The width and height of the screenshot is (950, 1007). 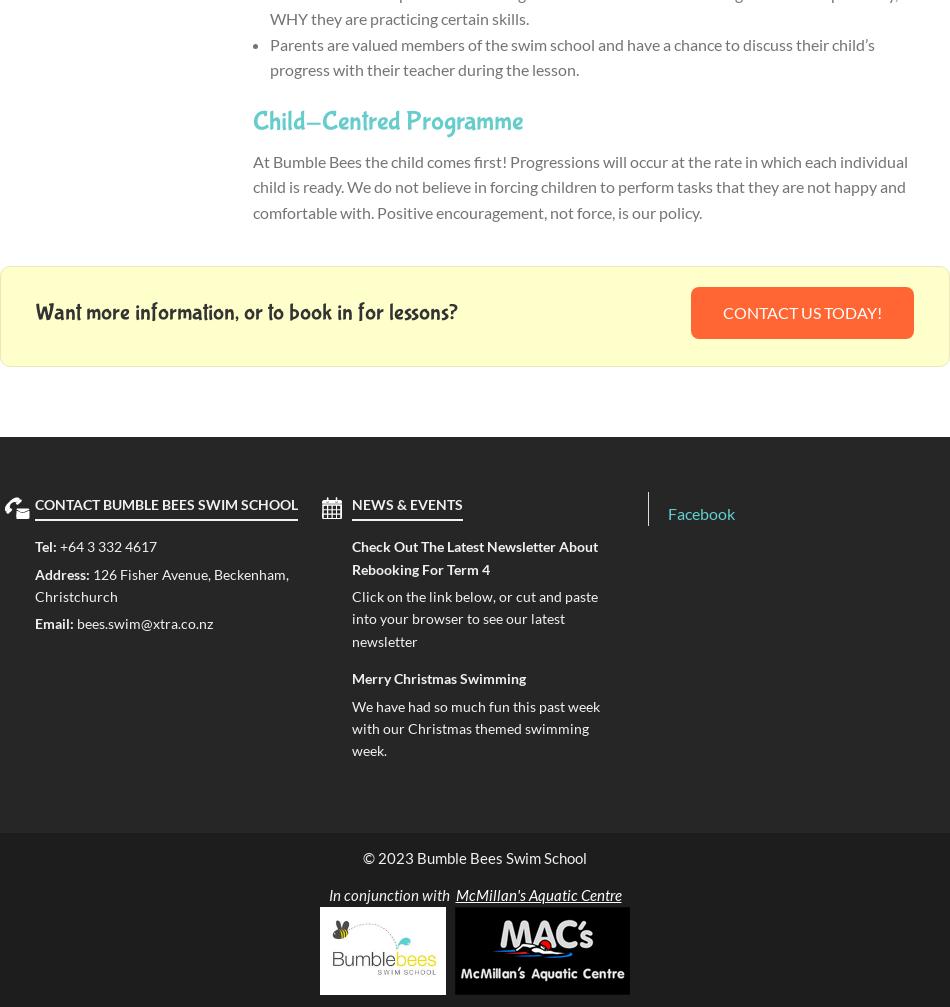 What do you see at coordinates (579, 186) in the screenshot?
I see `'At Bumble Bees the child comes first! Progressions will occur at the rate in which each individual child is ready. We do not believe in forcing children to perform tasks that they are not happy and comfortable with. Positive encouragement, not force, is our policy.'` at bounding box center [579, 186].